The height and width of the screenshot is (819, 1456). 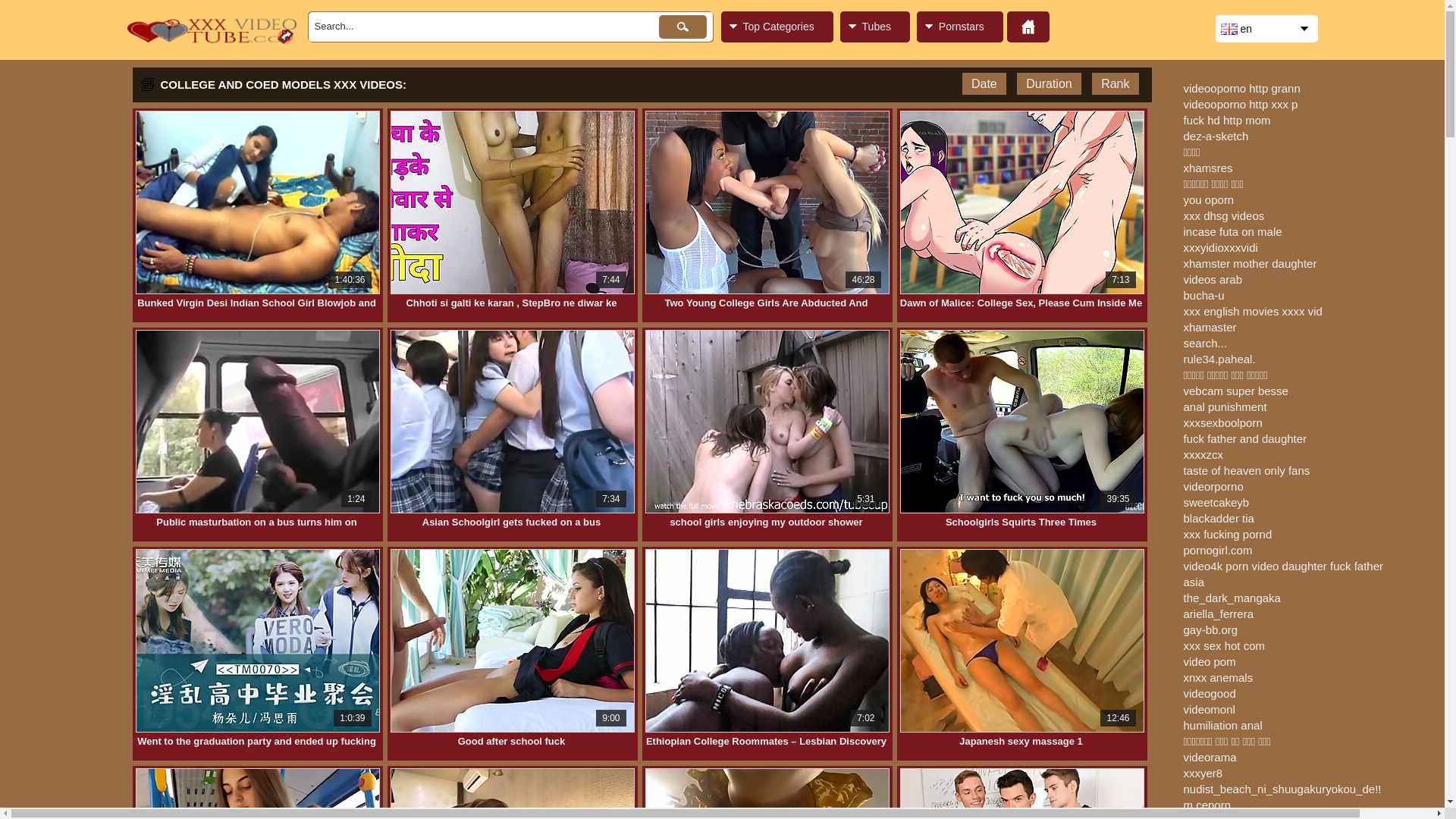 What do you see at coordinates (1249, 262) in the screenshot?
I see `'xhamster mother daughter'` at bounding box center [1249, 262].